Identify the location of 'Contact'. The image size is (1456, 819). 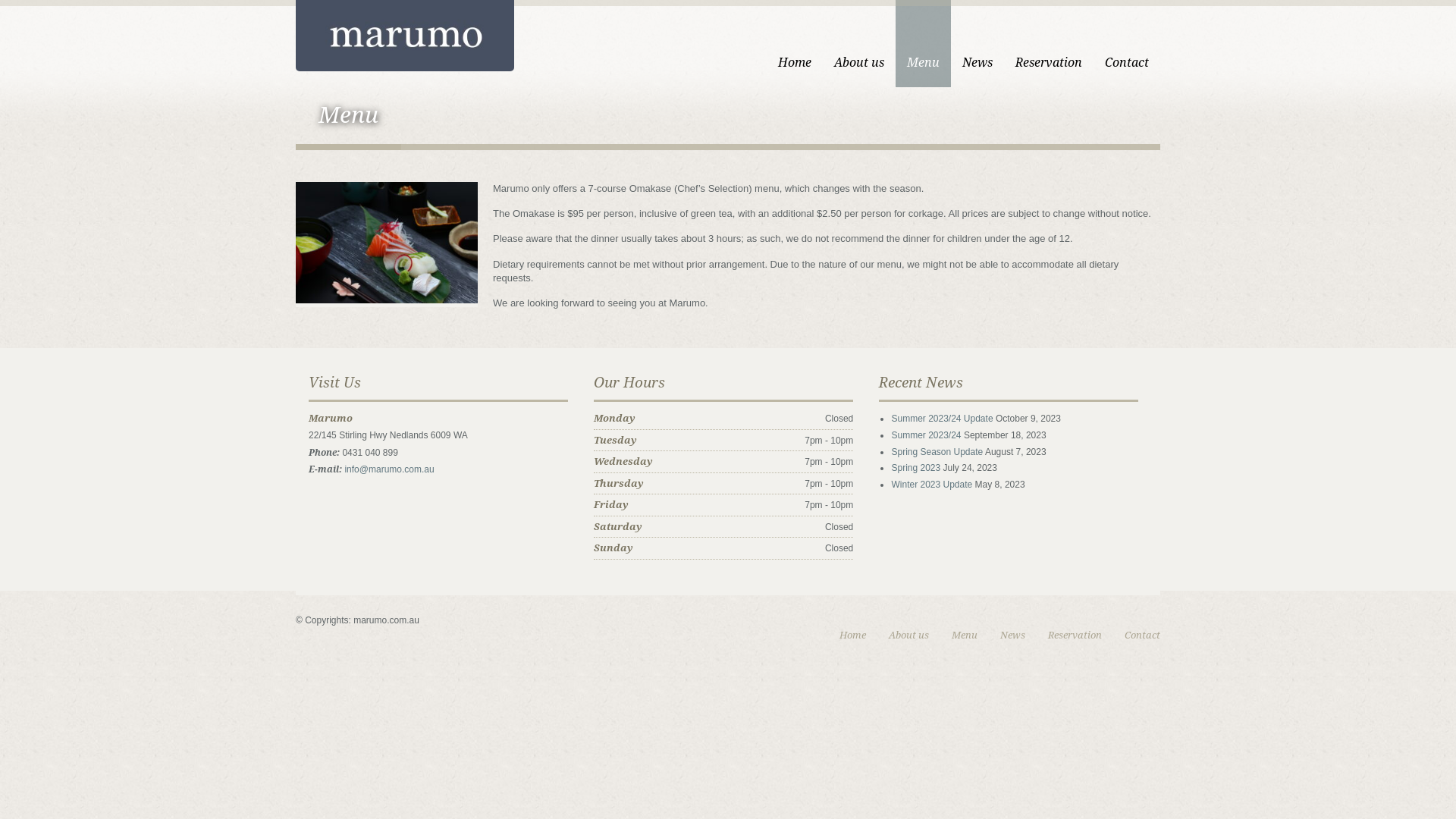
(1127, 42).